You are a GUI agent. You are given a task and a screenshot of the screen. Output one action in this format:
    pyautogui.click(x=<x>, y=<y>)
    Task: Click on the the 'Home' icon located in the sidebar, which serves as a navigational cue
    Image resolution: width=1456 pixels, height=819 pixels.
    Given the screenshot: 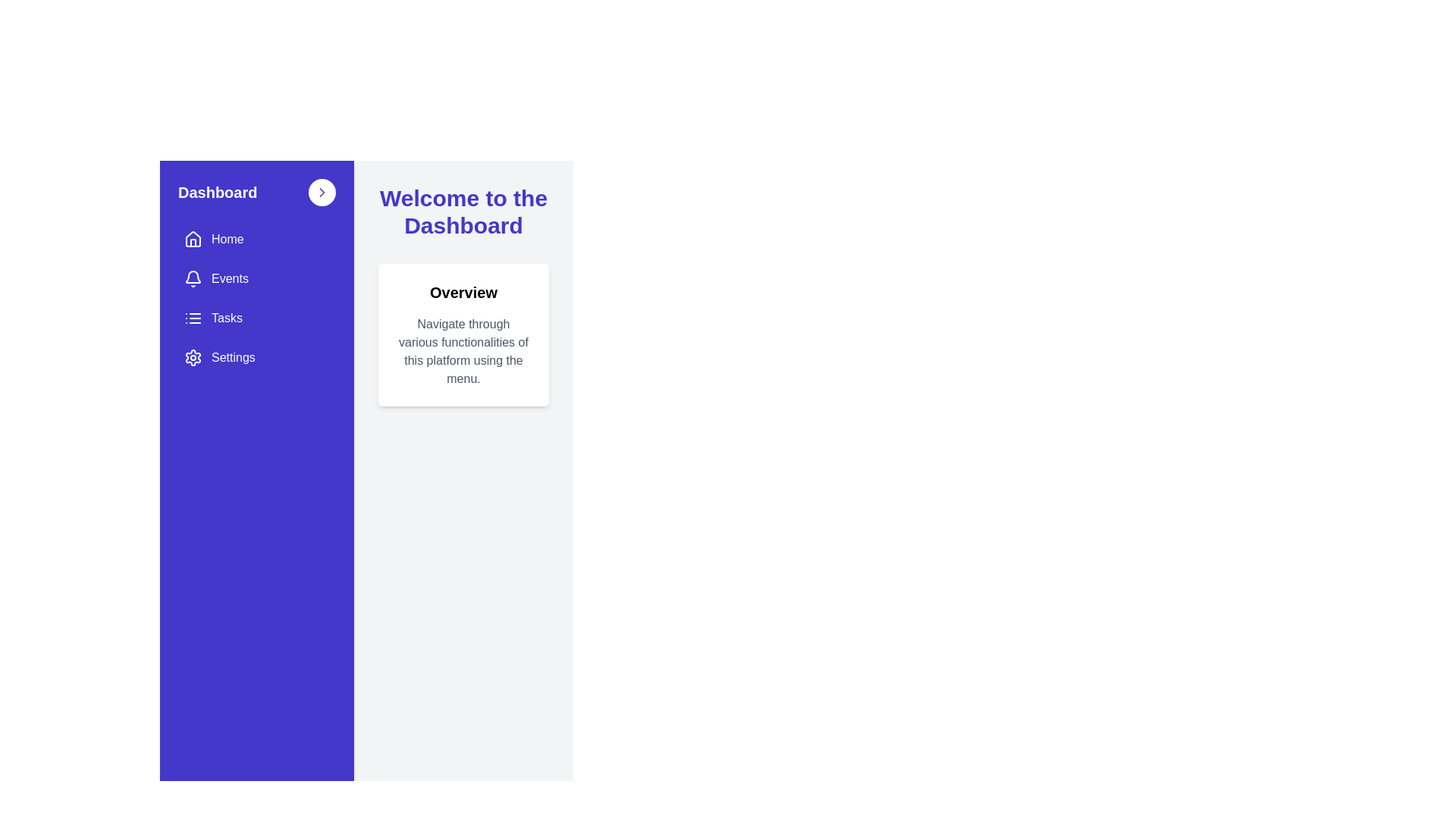 What is the action you would take?
    pyautogui.click(x=192, y=239)
    